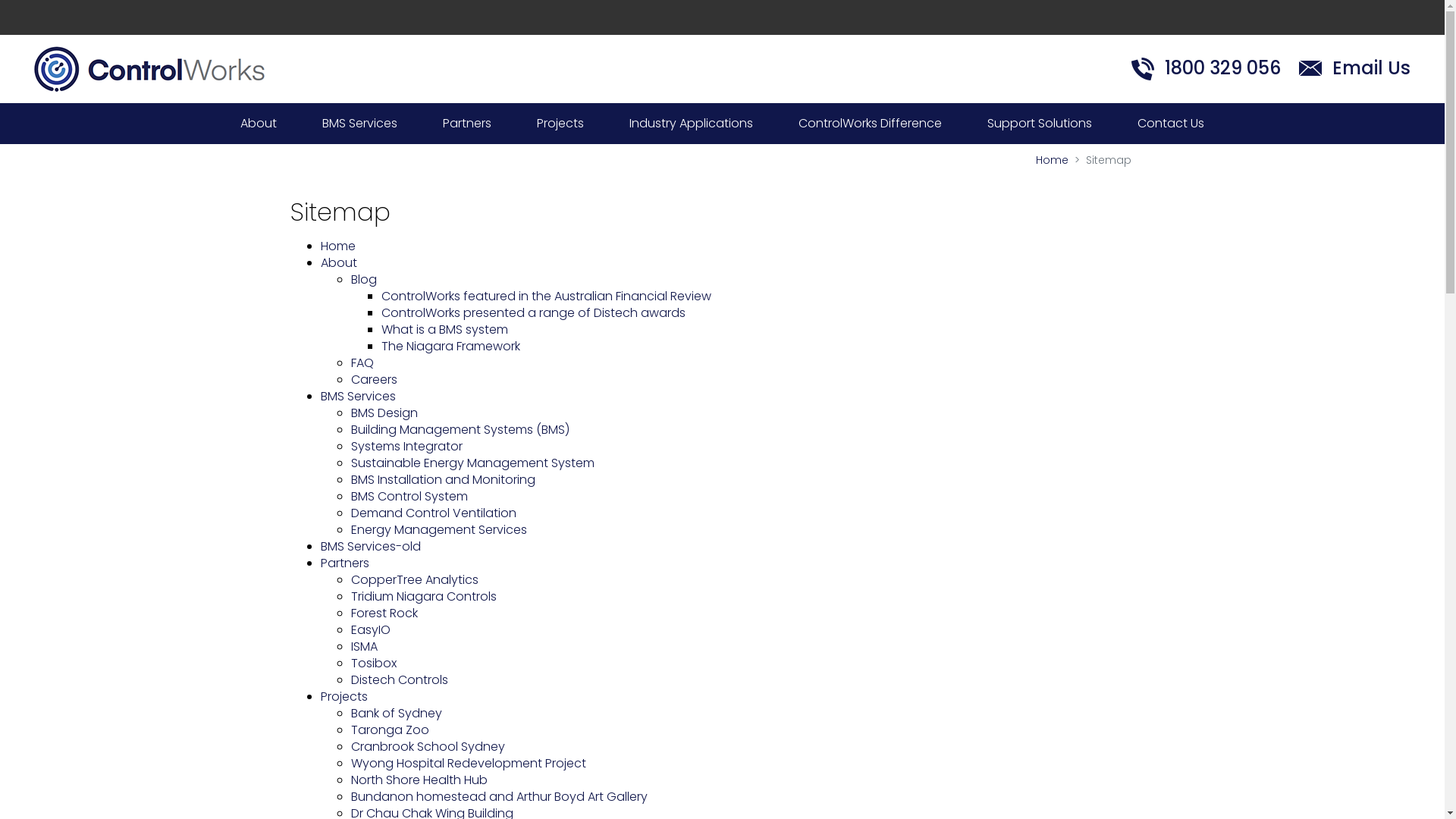  Describe the element at coordinates (399, 679) in the screenshot. I see `'Distech Controls'` at that location.